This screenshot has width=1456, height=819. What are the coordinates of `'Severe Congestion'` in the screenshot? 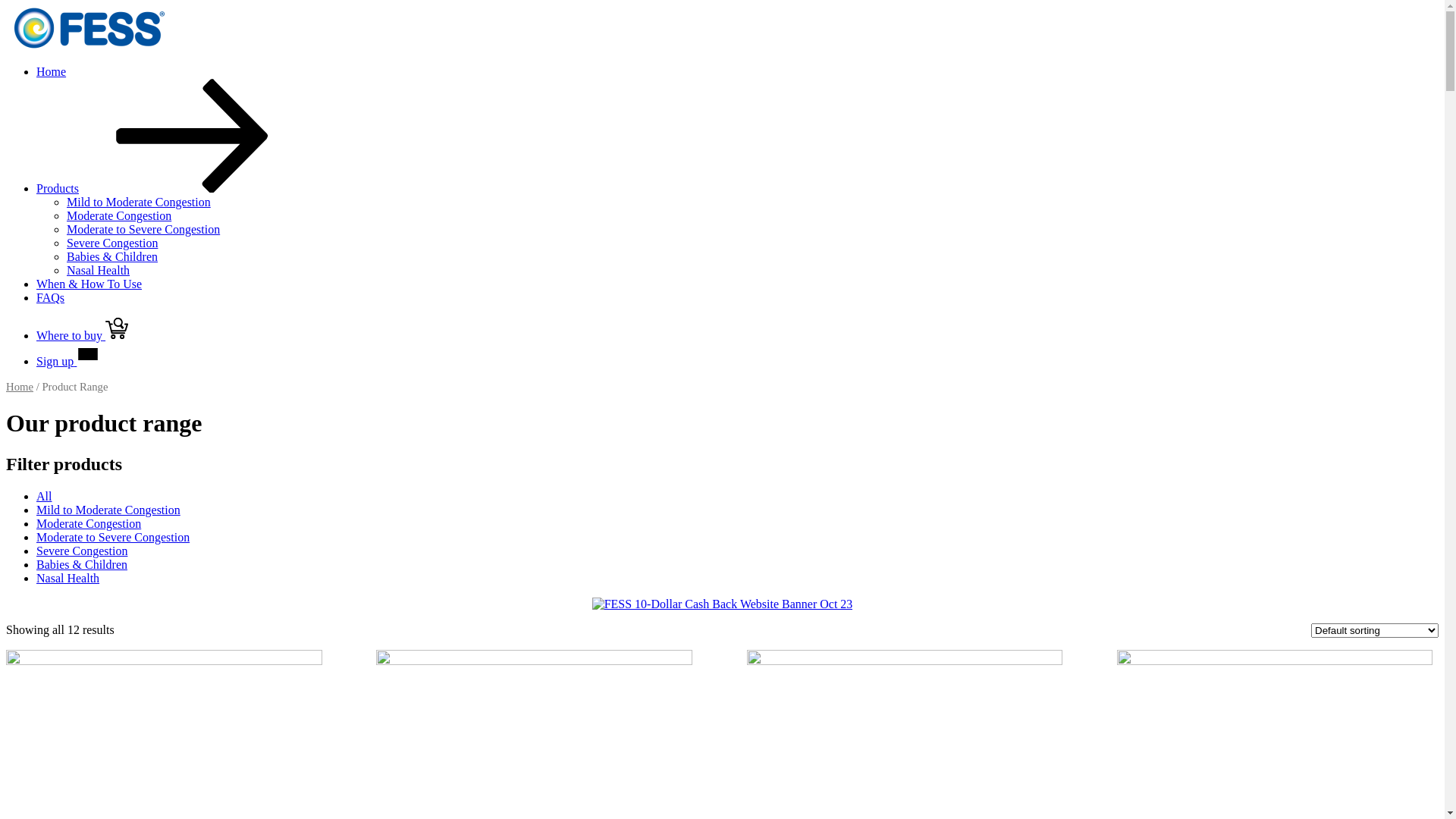 It's located at (111, 242).